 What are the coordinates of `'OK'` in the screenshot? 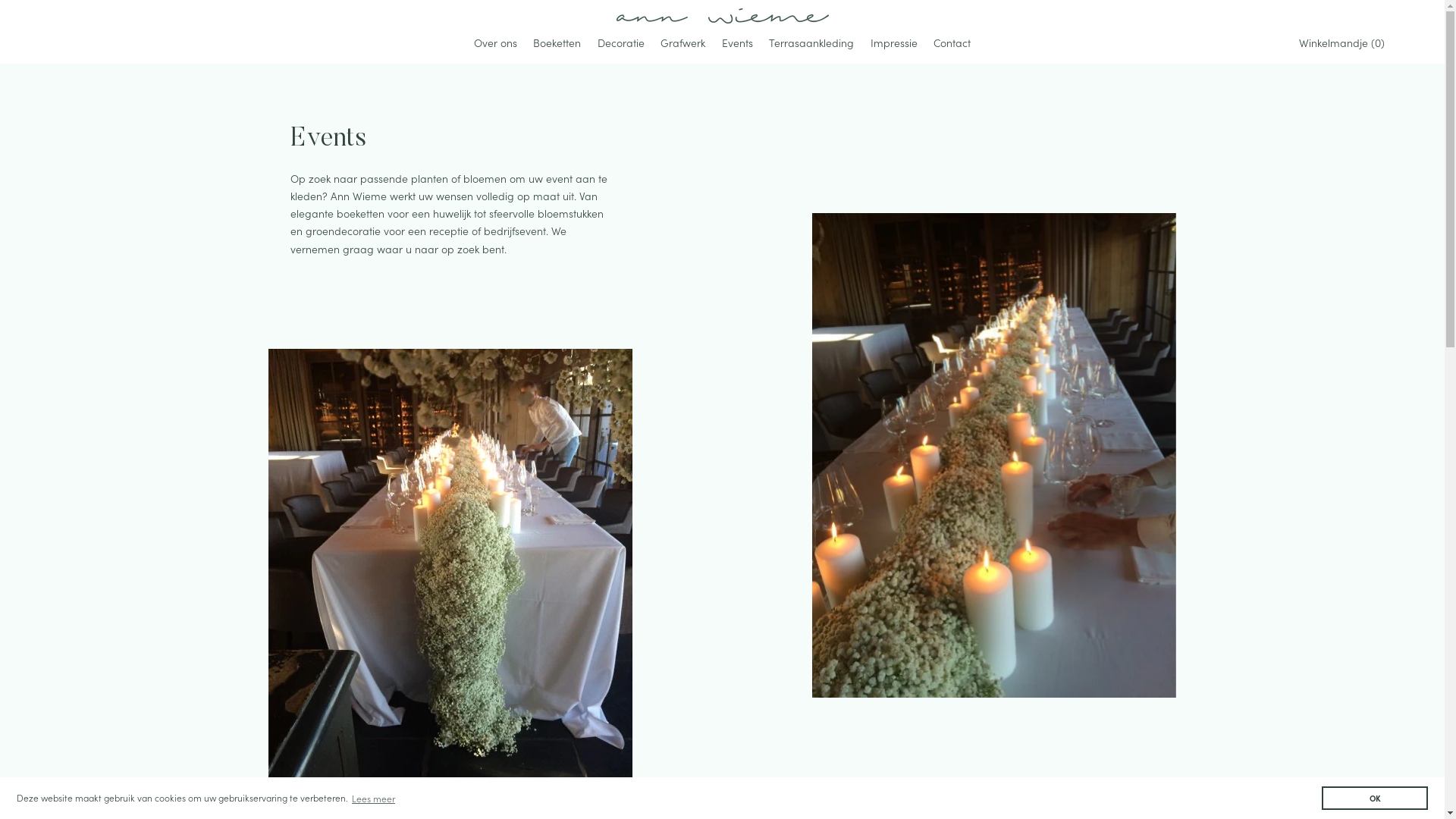 It's located at (1320, 797).